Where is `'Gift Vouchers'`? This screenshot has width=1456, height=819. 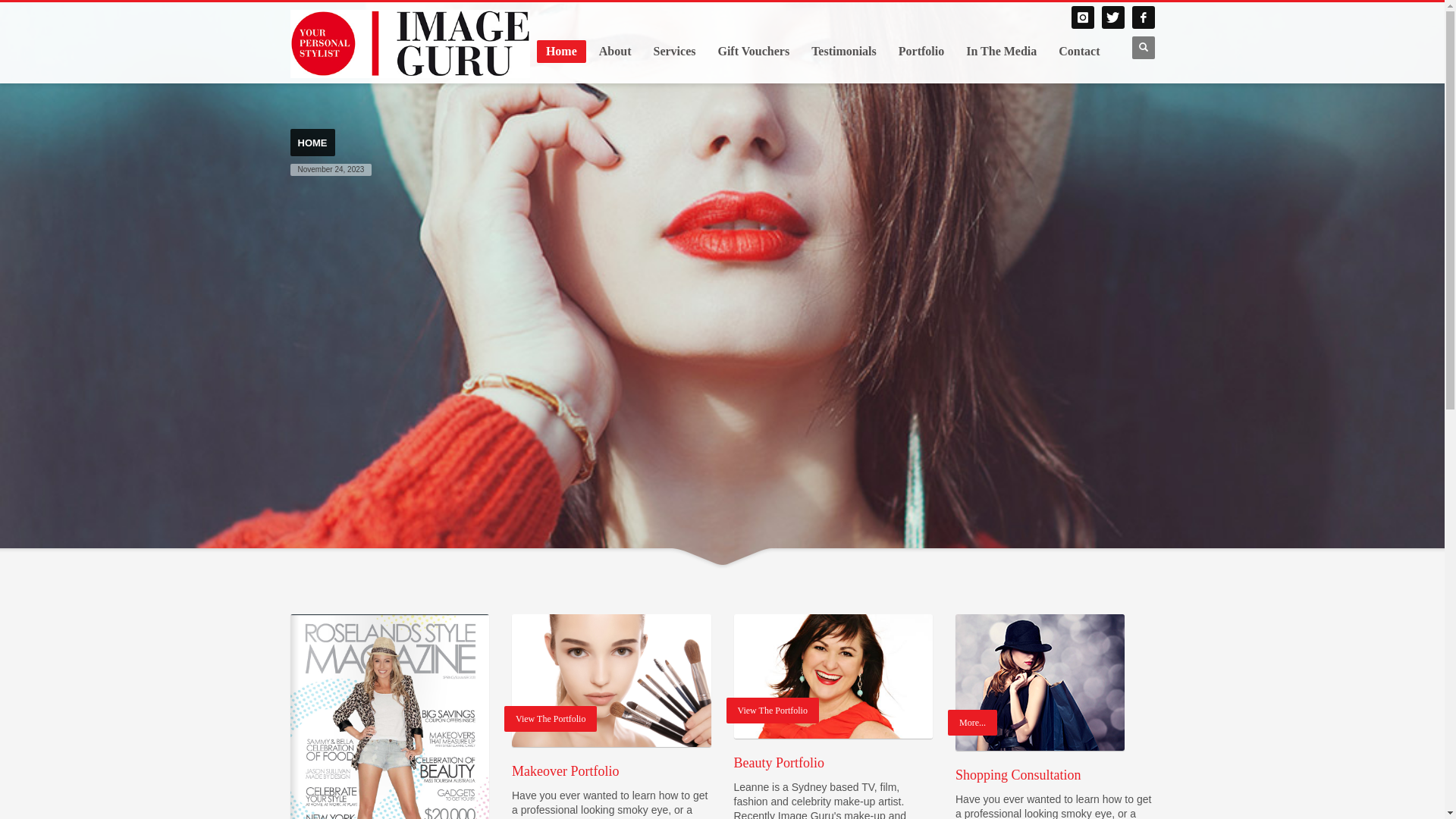 'Gift Vouchers' is located at coordinates (753, 51).